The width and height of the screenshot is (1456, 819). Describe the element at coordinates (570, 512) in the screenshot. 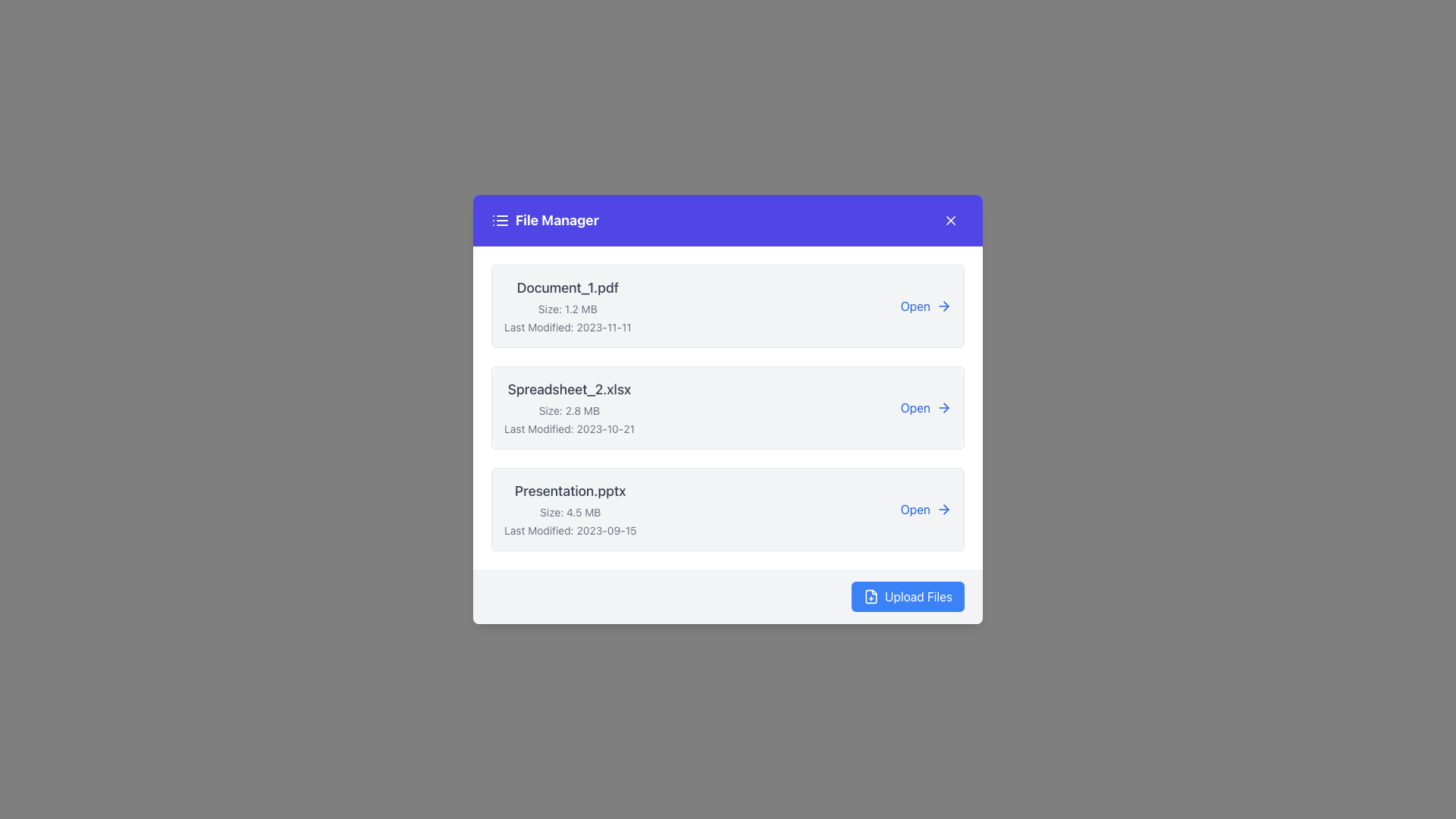

I see `the text label displaying the file size for 'Presentation.pptx', which is located beneath the title and above the modification date 'Last Modified: 2023-09-15'` at that location.